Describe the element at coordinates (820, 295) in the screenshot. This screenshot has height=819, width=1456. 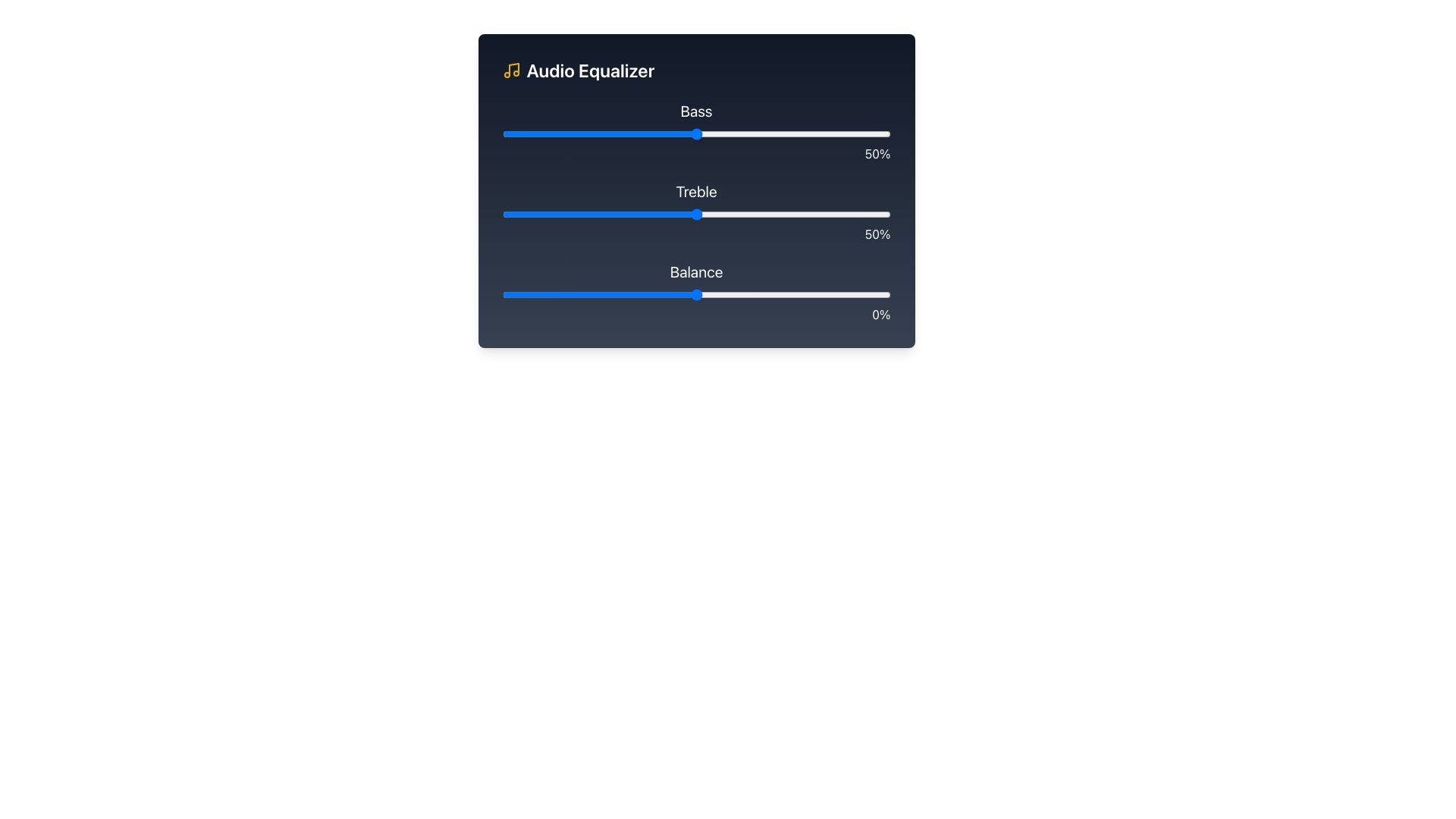
I see `balance` at that location.